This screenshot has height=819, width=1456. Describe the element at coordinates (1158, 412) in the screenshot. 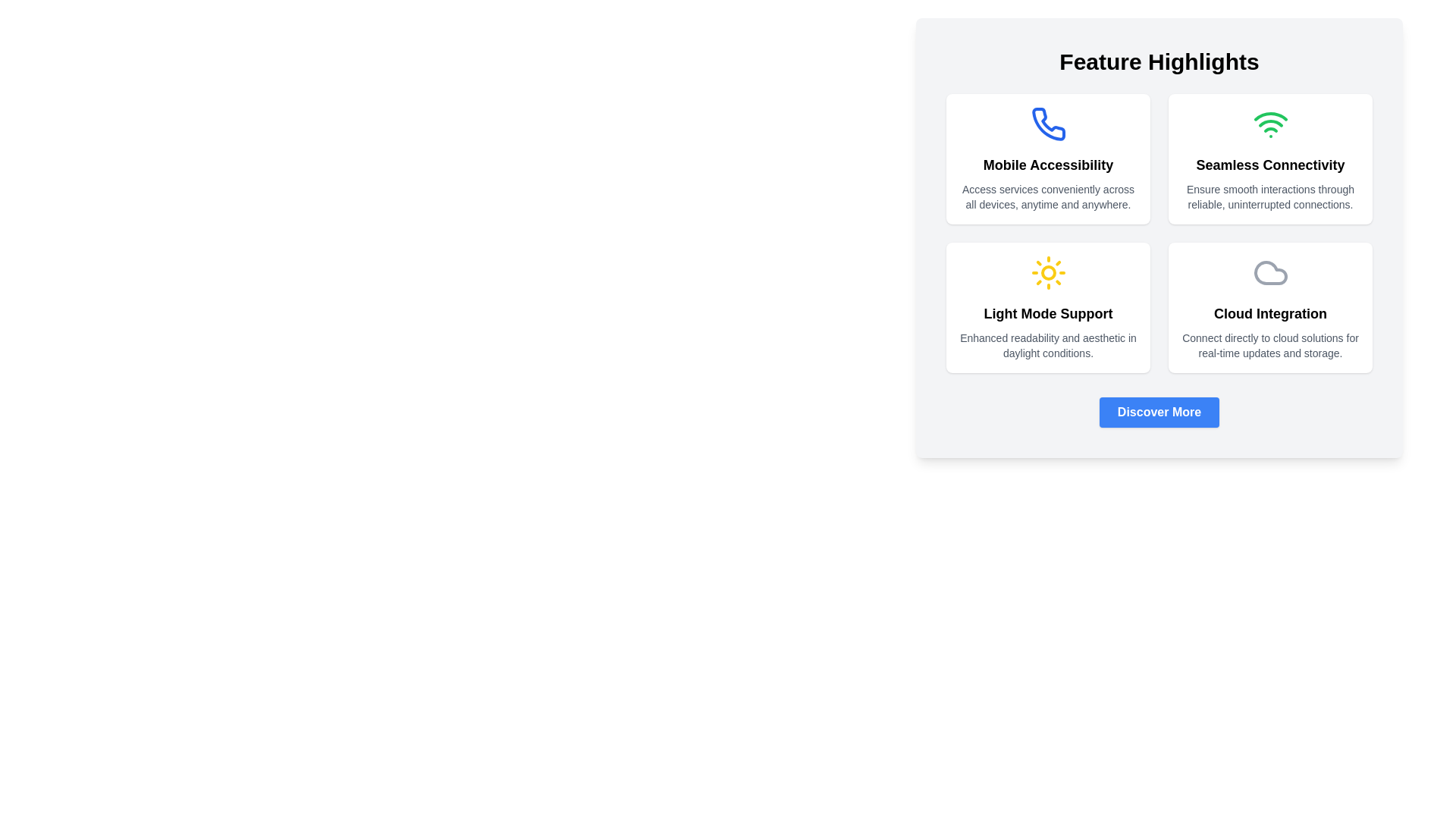

I see `the blue button labeled 'Discover More' located at the bottom center of the 'Feature Highlights' section` at that location.